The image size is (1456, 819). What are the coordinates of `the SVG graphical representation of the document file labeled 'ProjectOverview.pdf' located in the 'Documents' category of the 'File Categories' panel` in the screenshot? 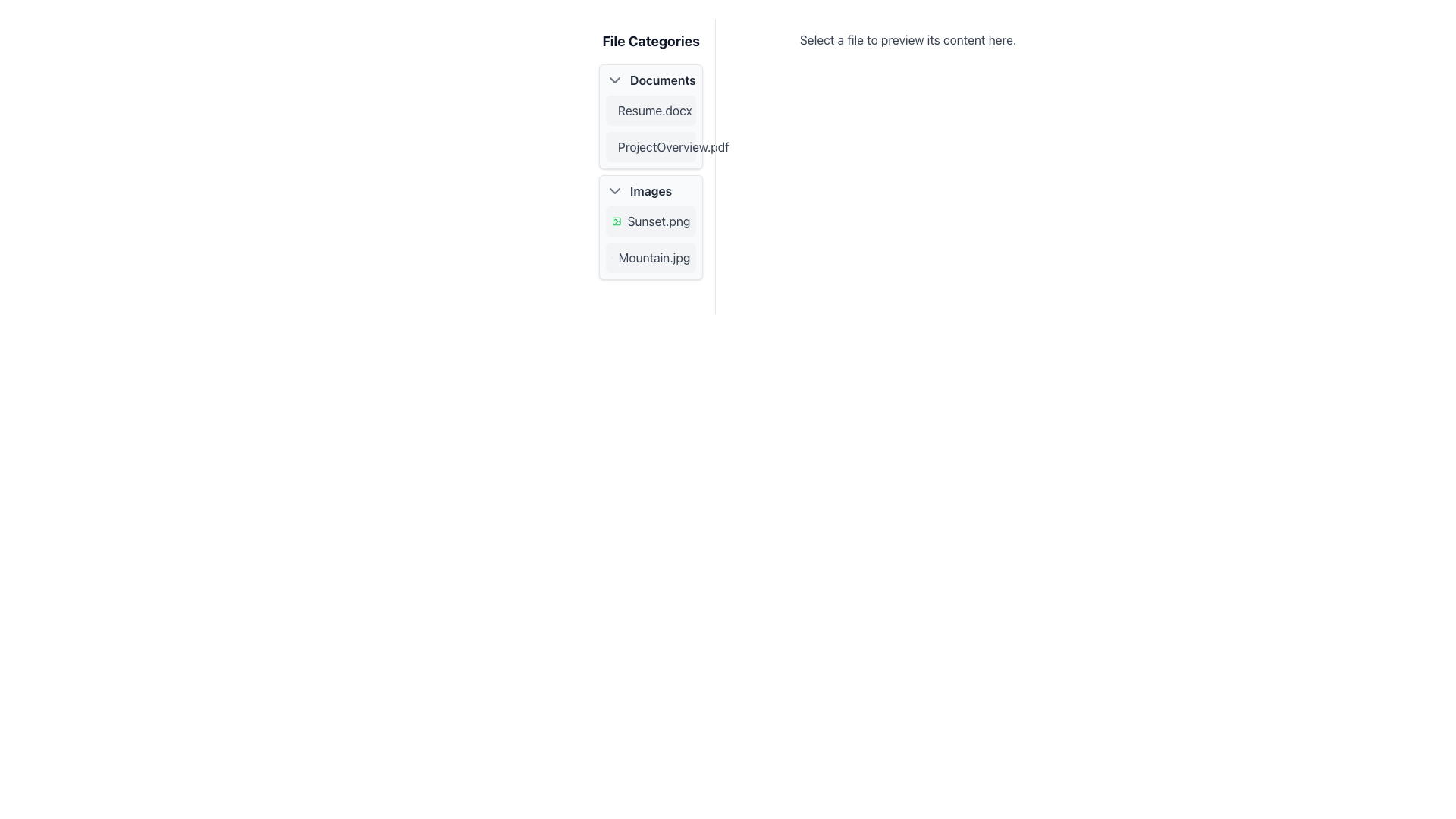 It's located at (621, 146).